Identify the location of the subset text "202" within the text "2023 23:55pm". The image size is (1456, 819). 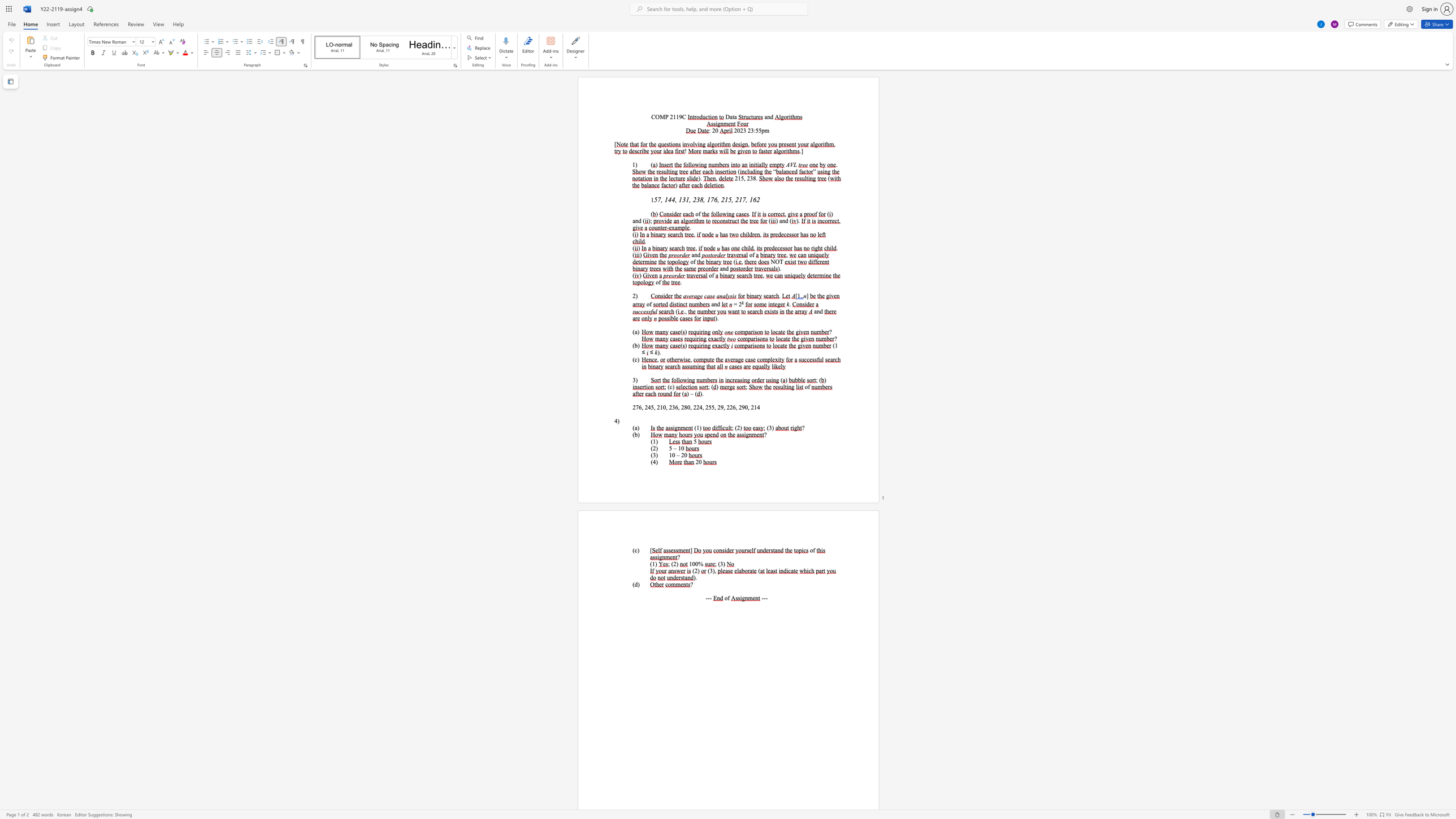
(734, 130).